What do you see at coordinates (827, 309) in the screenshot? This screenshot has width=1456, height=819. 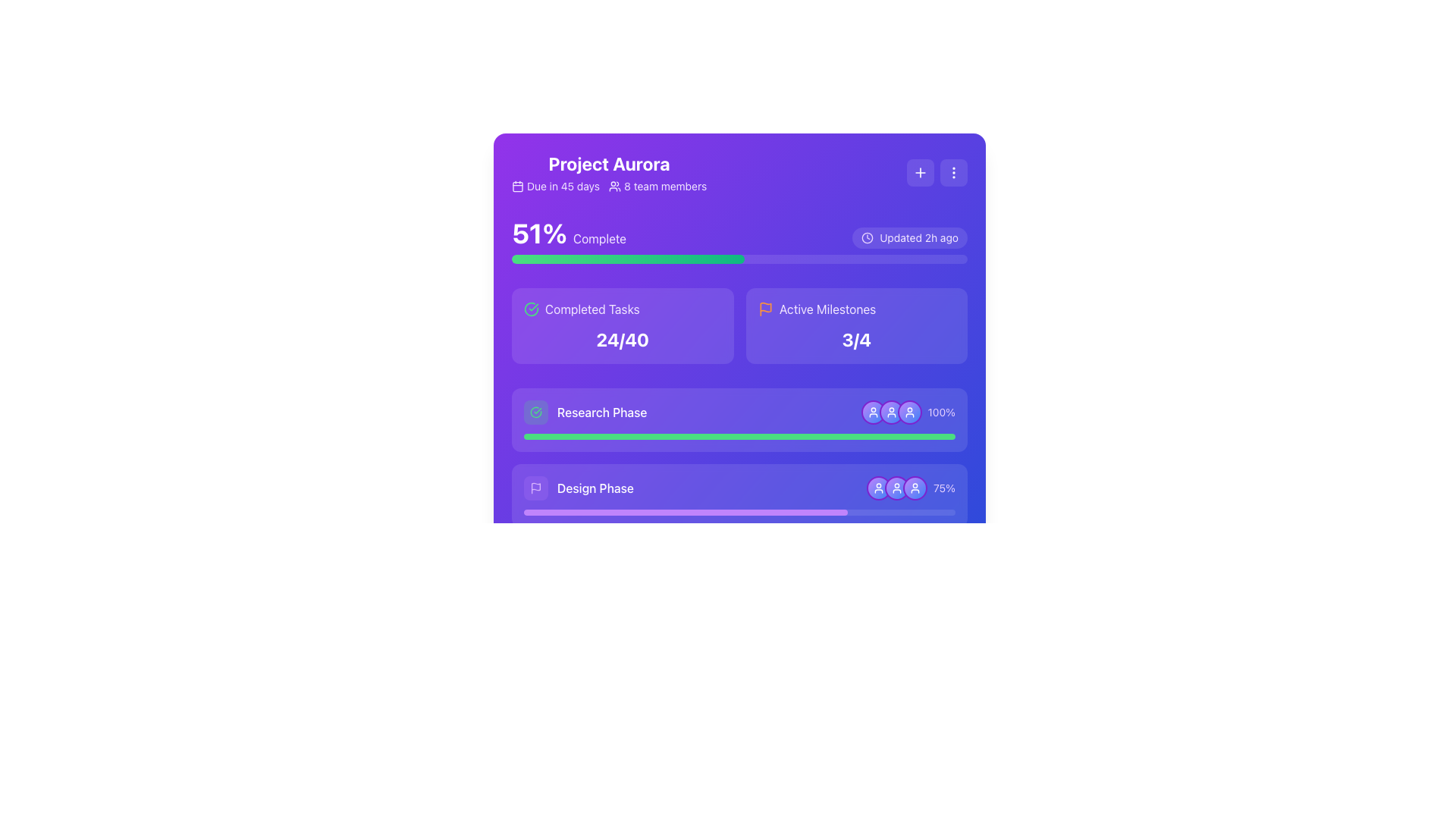 I see `the 'Active Milestones' text label, which indicates the status of milestones related to a project or task, located in the right section of a card layout` at bounding box center [827, 309].